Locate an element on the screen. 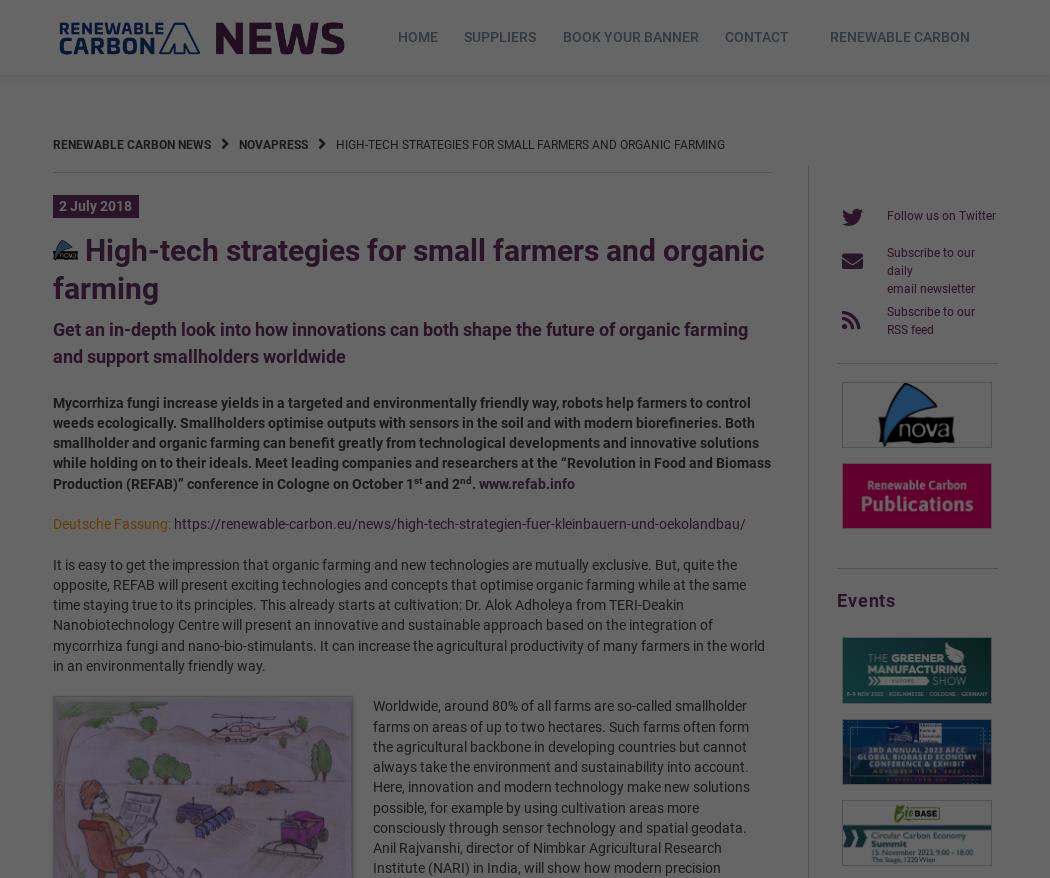  'It is easy to get the impression that organic farming and new technologies are mutually exclusive. But, quite the opposite, REFAB will present exciting technologies and concepts that optimise organic farming while at the same time staying true to its principles. This already starts at cultivation: Dr. Alok Adholeya from TERI-Deakin Nanobiotechnology Centre will present an innovative and sustainable approach based on the integration of mycorrhiza fungi and nano-bio-stimulants. It can increase the agricultural productivity of many farmers in the world in an environmentally friendly way.' is located at coordinates (408, 614).